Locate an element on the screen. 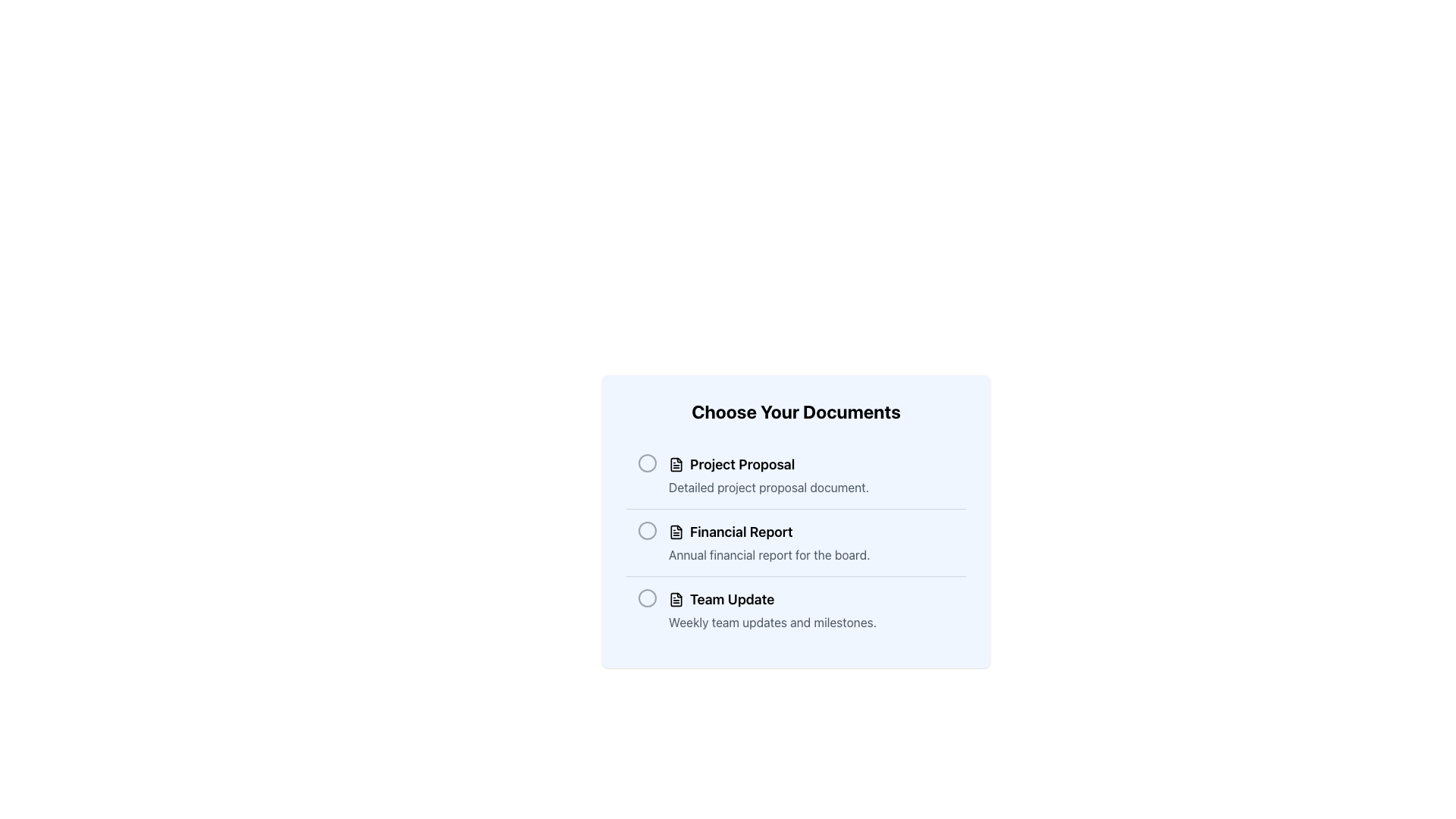 The height and width of the screenshot is (819, 1456). the decorative or status indicator element for the 'Financial Report' item, which is located at the leftmost position of its row is located at coordinates (648, 529).